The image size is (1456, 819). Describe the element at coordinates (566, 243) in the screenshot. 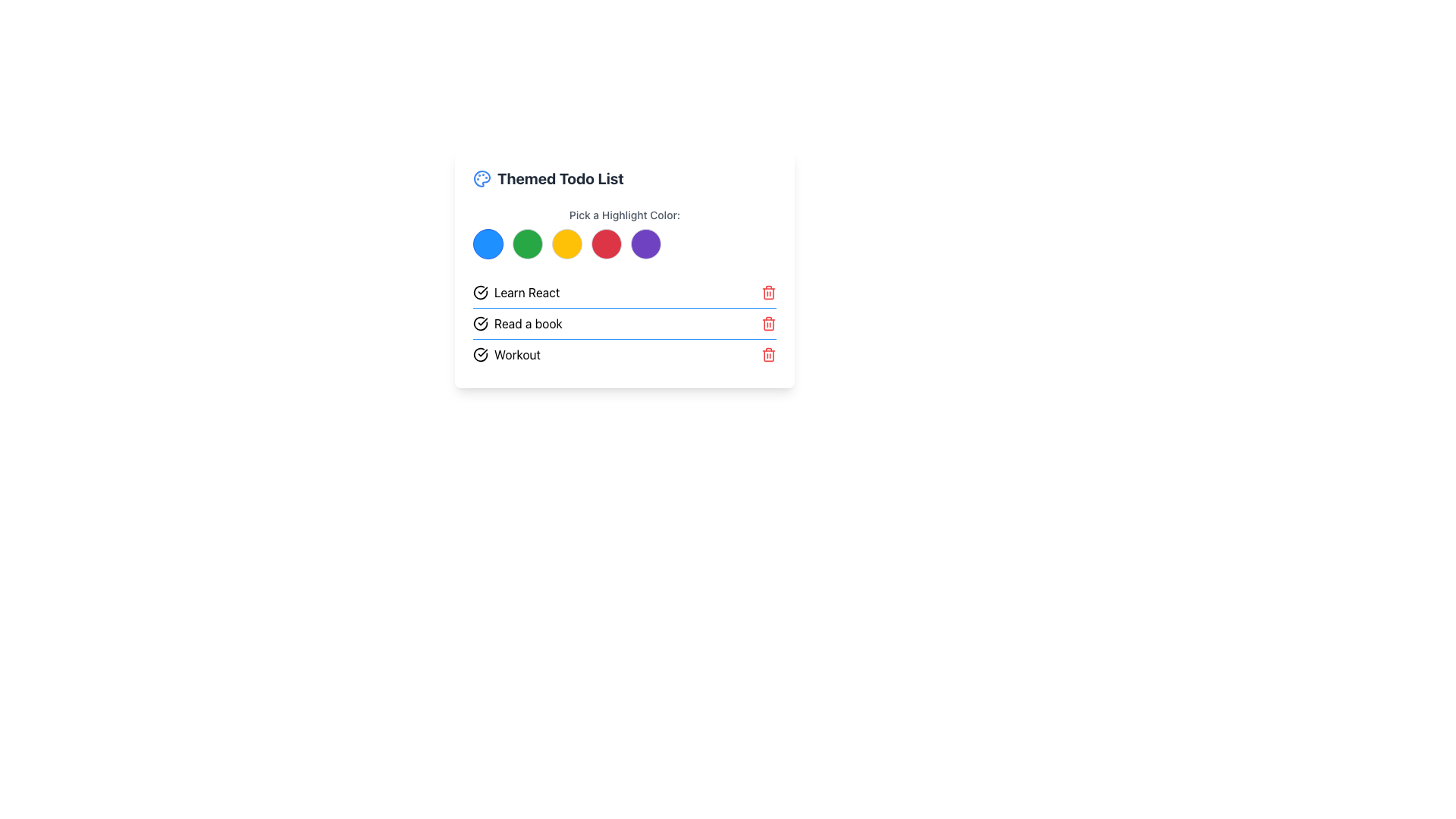

I see `the yellow circular button with a gray border, which is the third circle in a row of five circles in the 'Themed Todo List' card` at that location.